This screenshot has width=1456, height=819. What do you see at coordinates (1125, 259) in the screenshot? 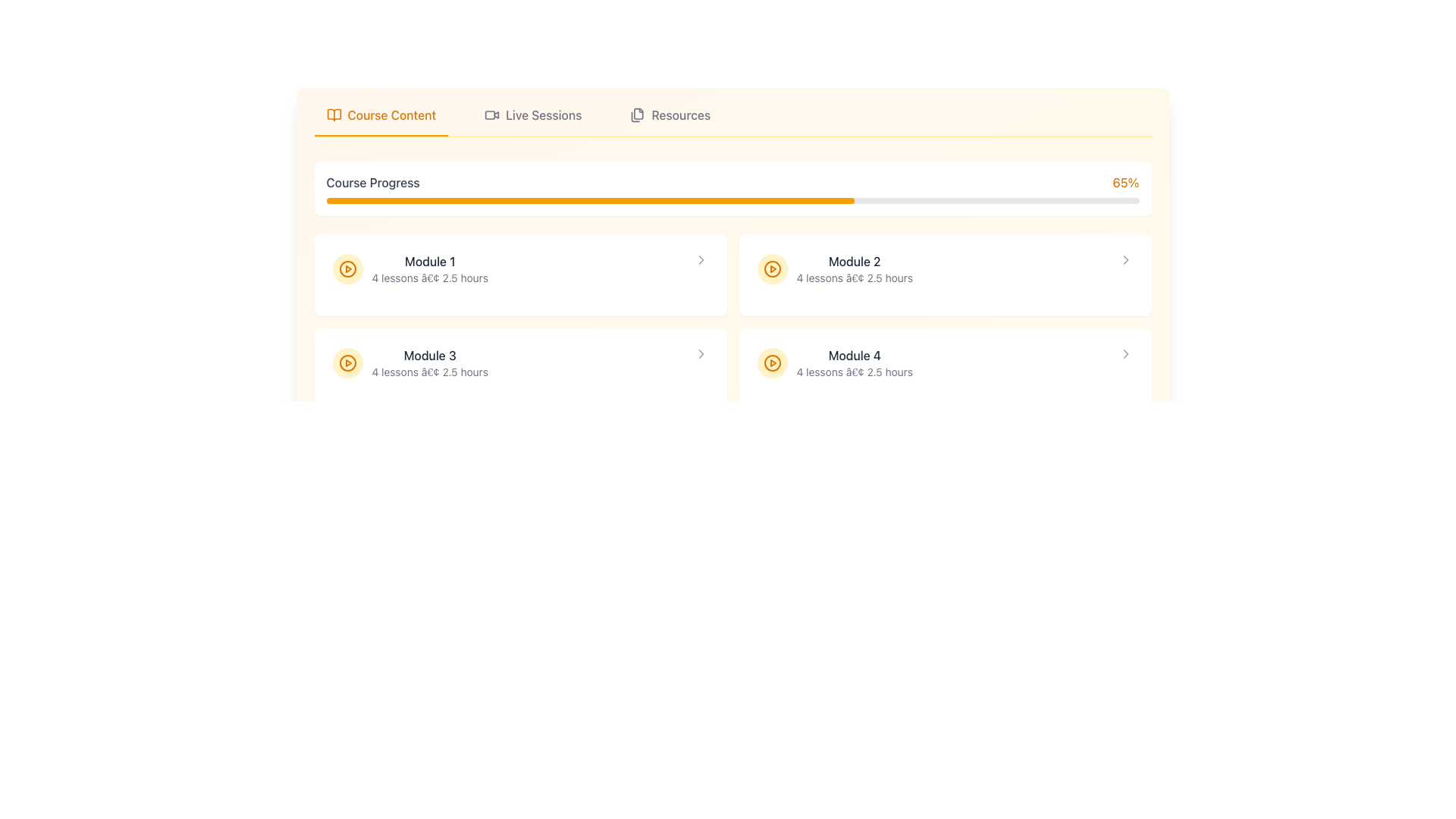
I see `the chevron icon on the far right of the row representing Module 2` at bounding box center [1125, 259].